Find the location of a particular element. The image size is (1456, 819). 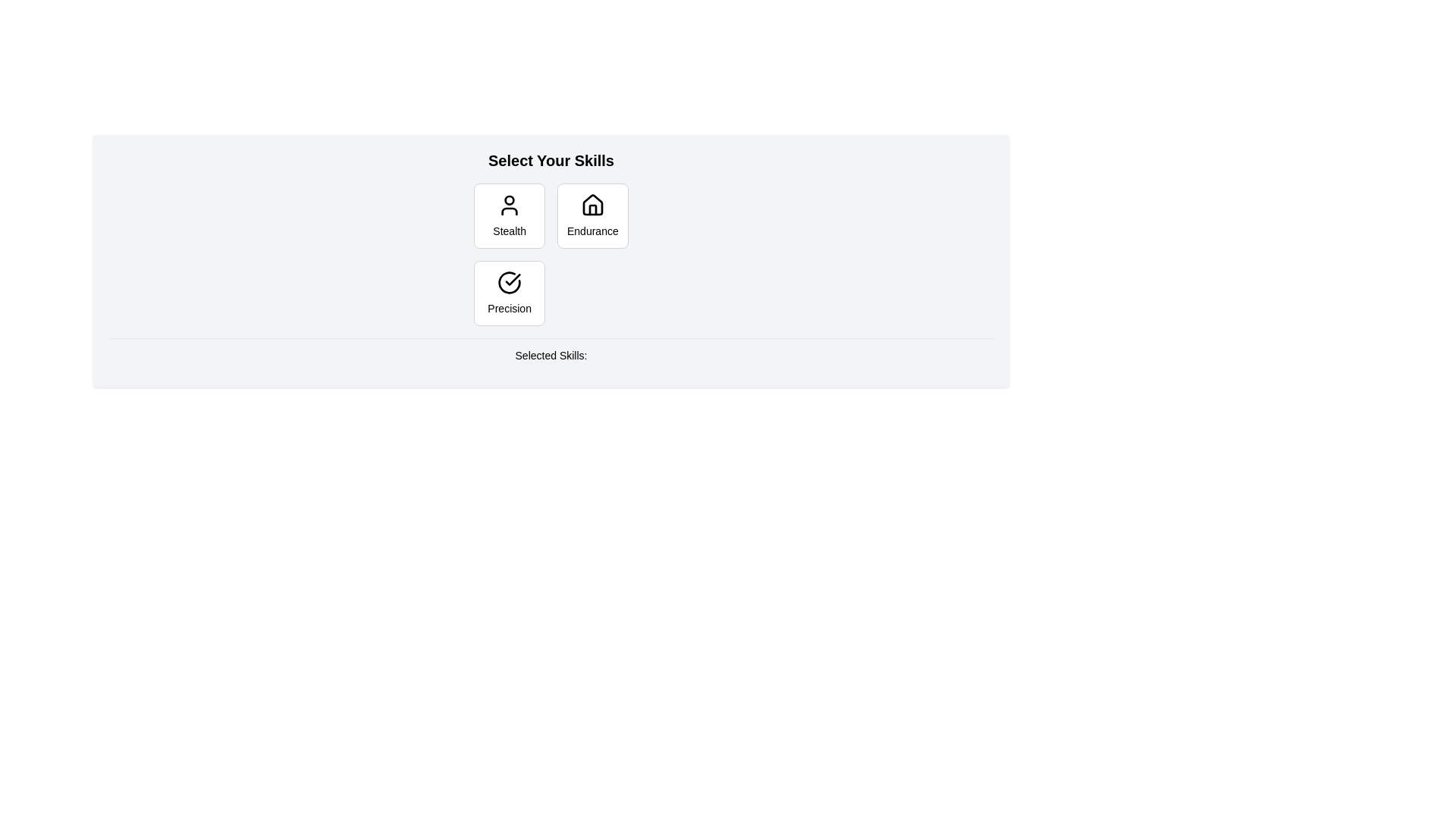

the 'Endurance' graphical element within the SVG icon representing skill selection, located at the center of the icon is located at coordinates (591, 210).